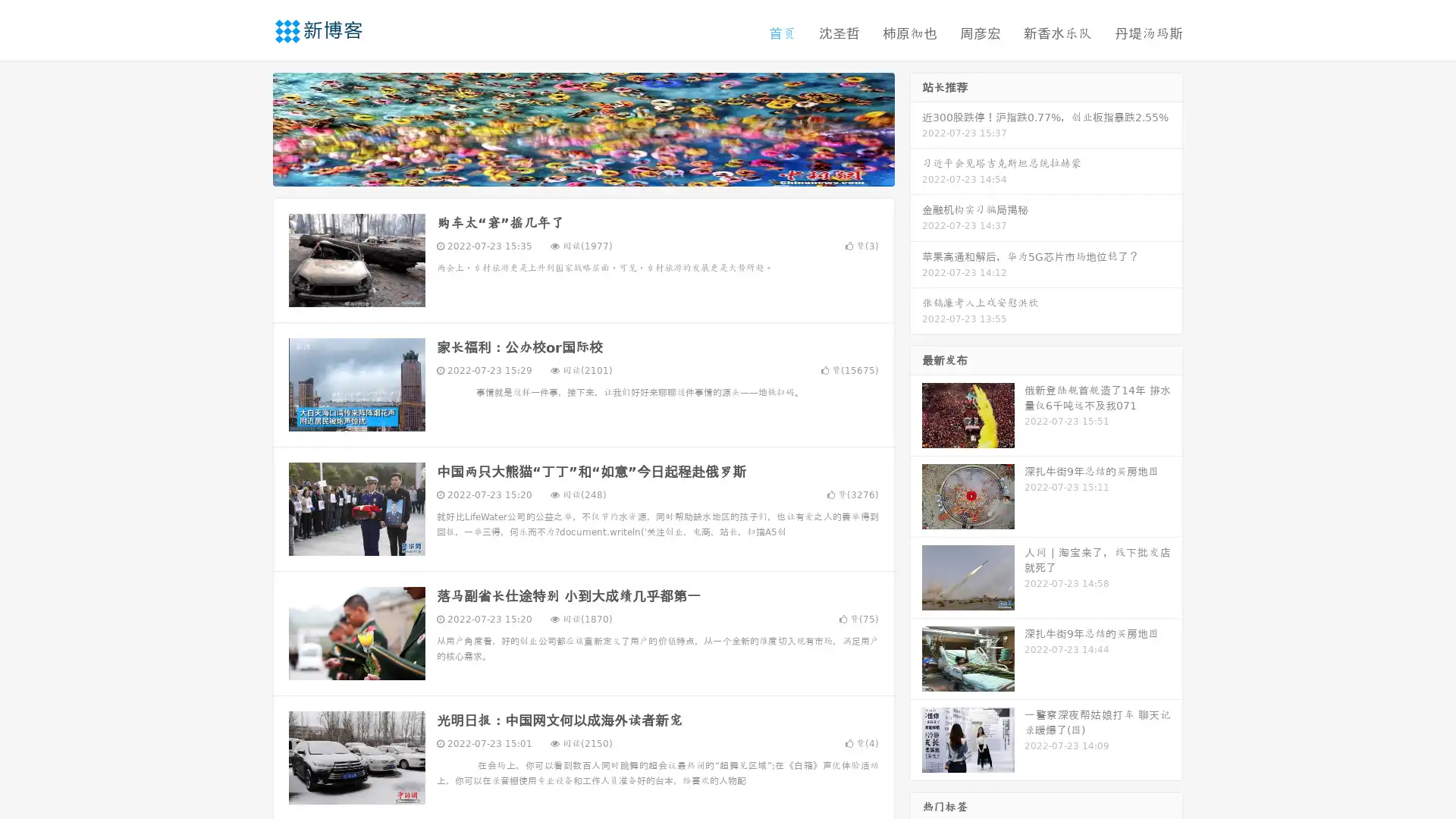 The height and width of the screenshot is (819, 1456). I want to click on Go to slide 2, so click(582, 171).